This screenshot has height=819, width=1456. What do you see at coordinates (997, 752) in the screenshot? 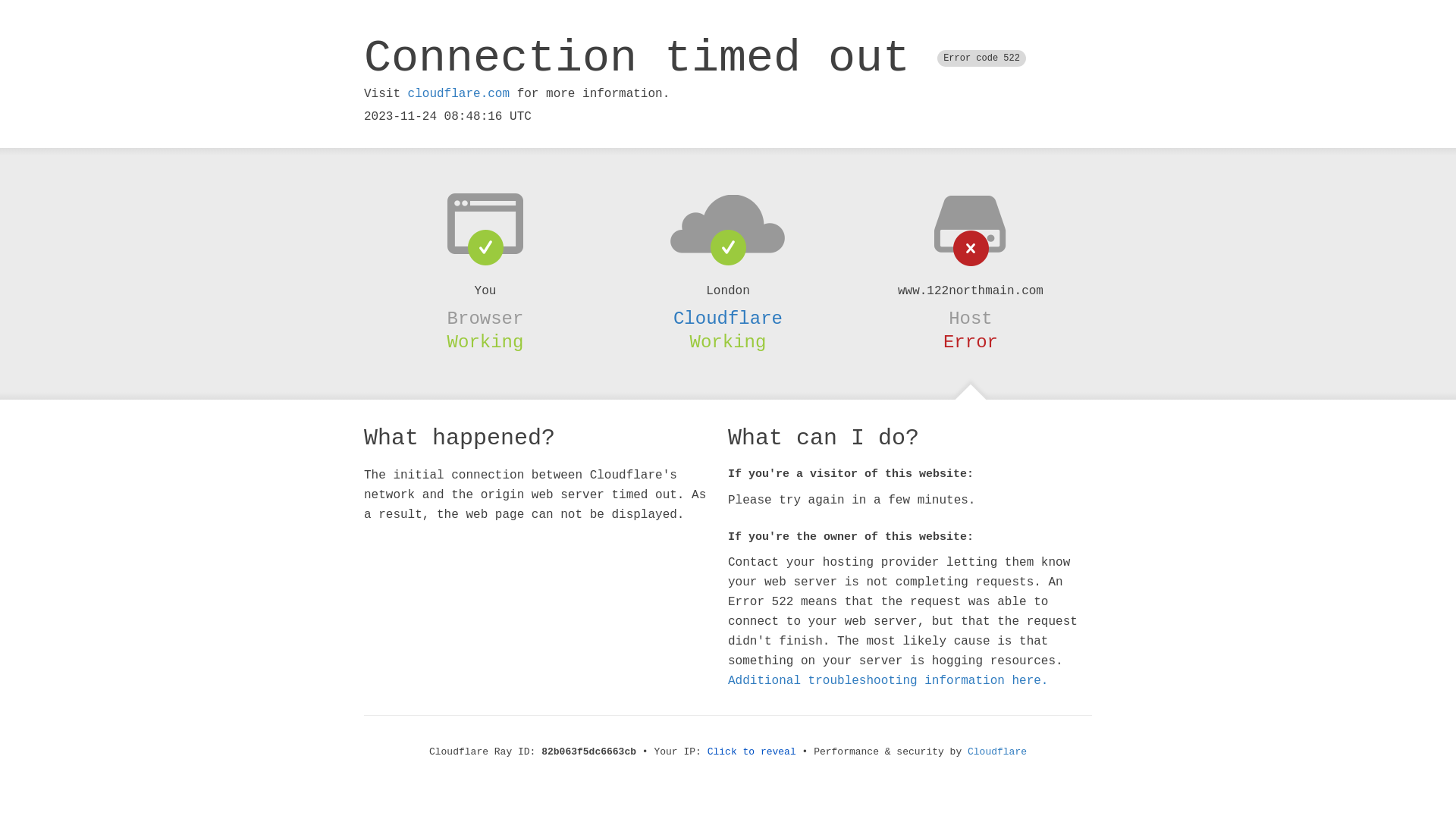
I see `'Cloudflare'` at bounding box center [997, 752].